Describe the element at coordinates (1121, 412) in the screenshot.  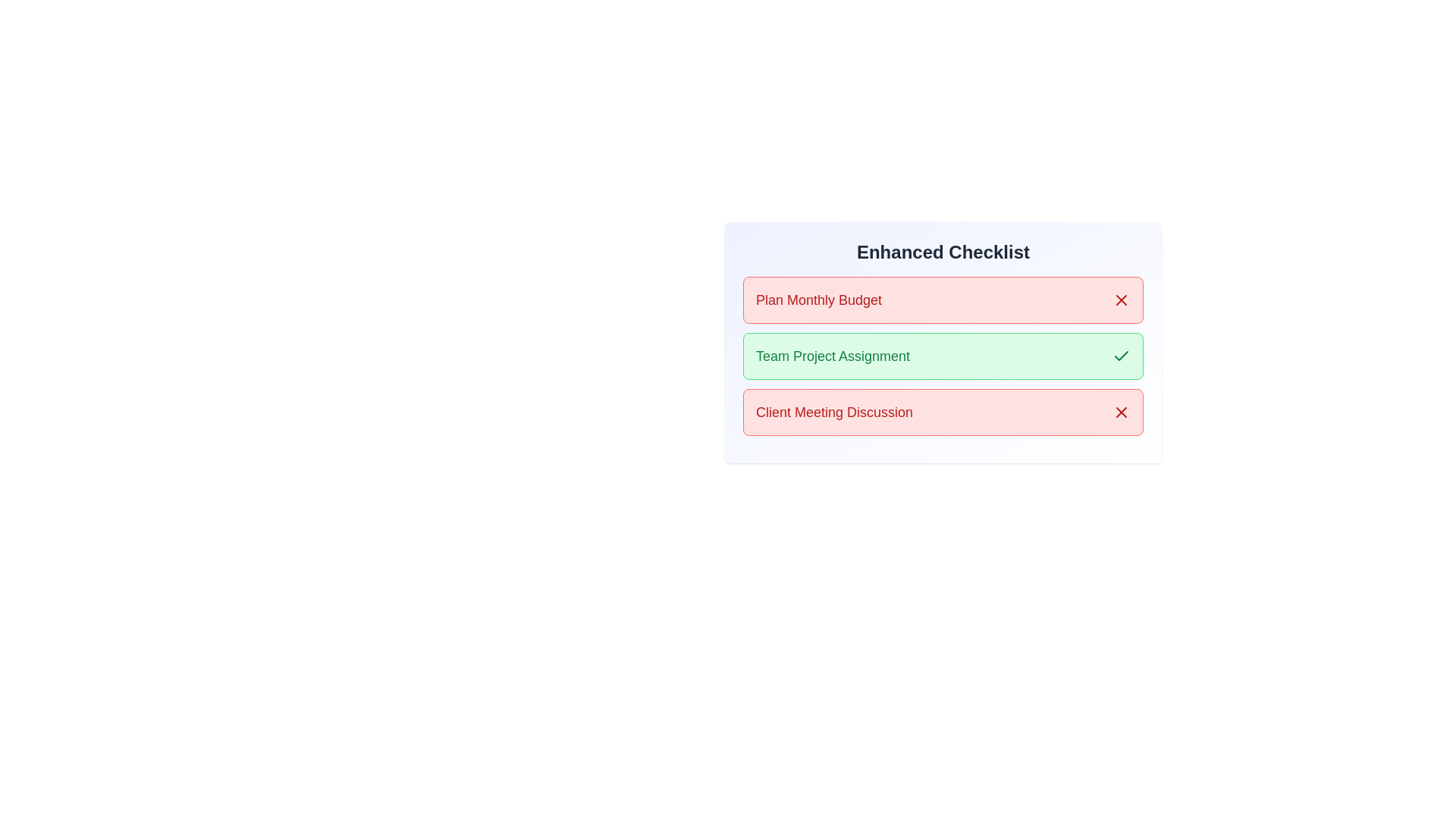
I see `the red cross icon button` at that location.